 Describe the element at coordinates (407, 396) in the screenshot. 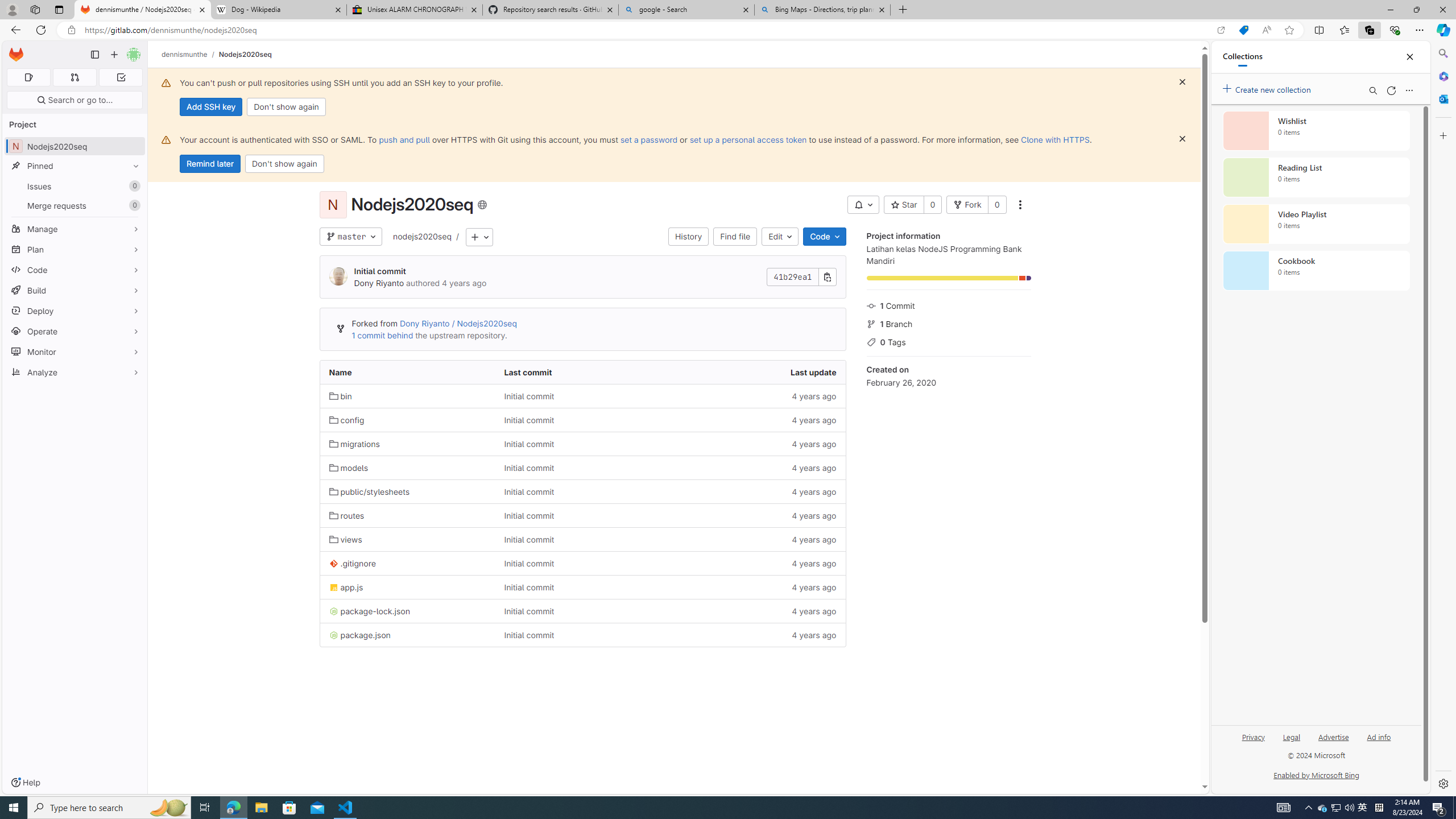

I see `'bin'` at that location.